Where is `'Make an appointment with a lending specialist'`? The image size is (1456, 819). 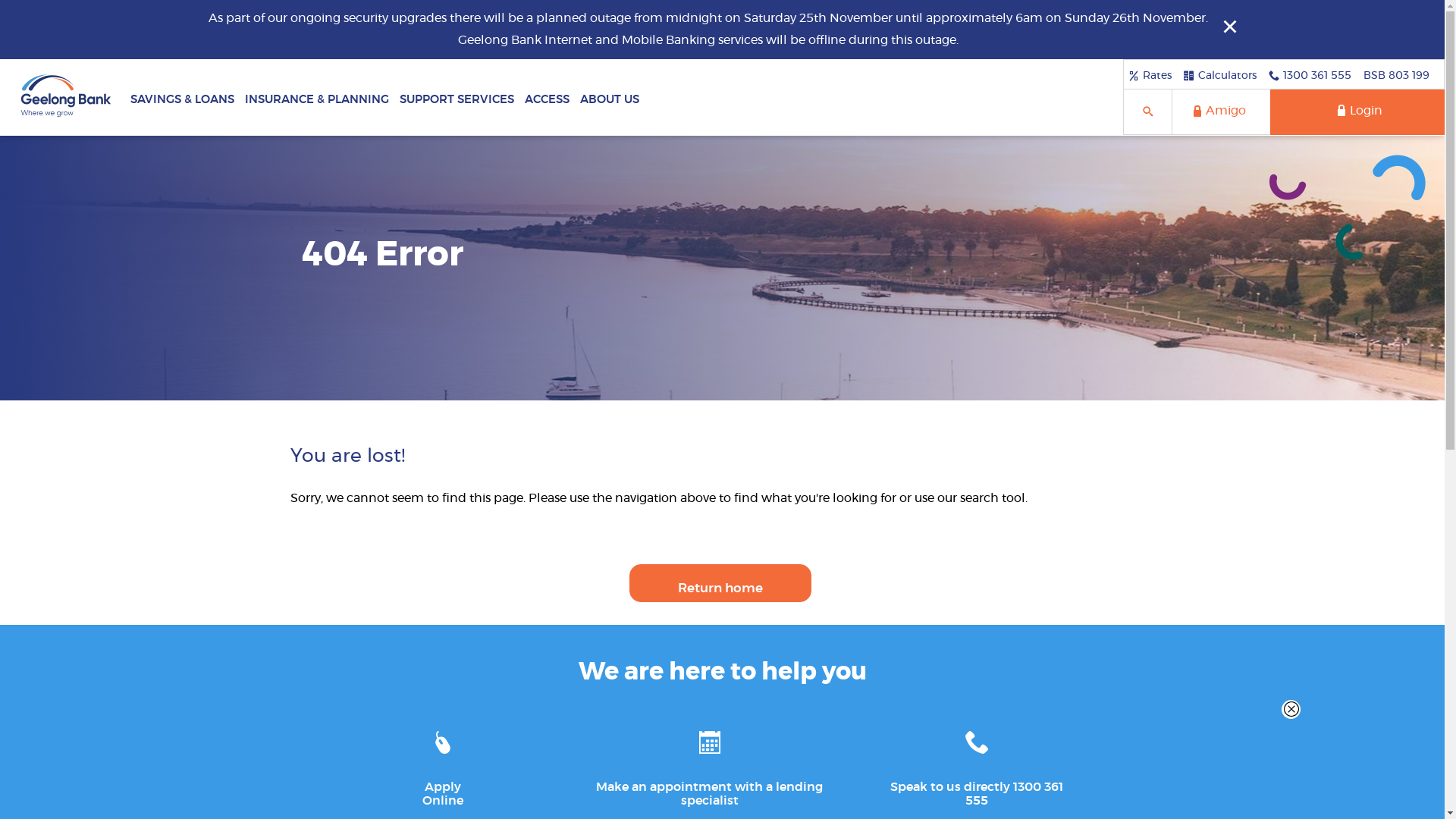 'Make an appointment with a lending specialist' is located at coordinates (709, 763).